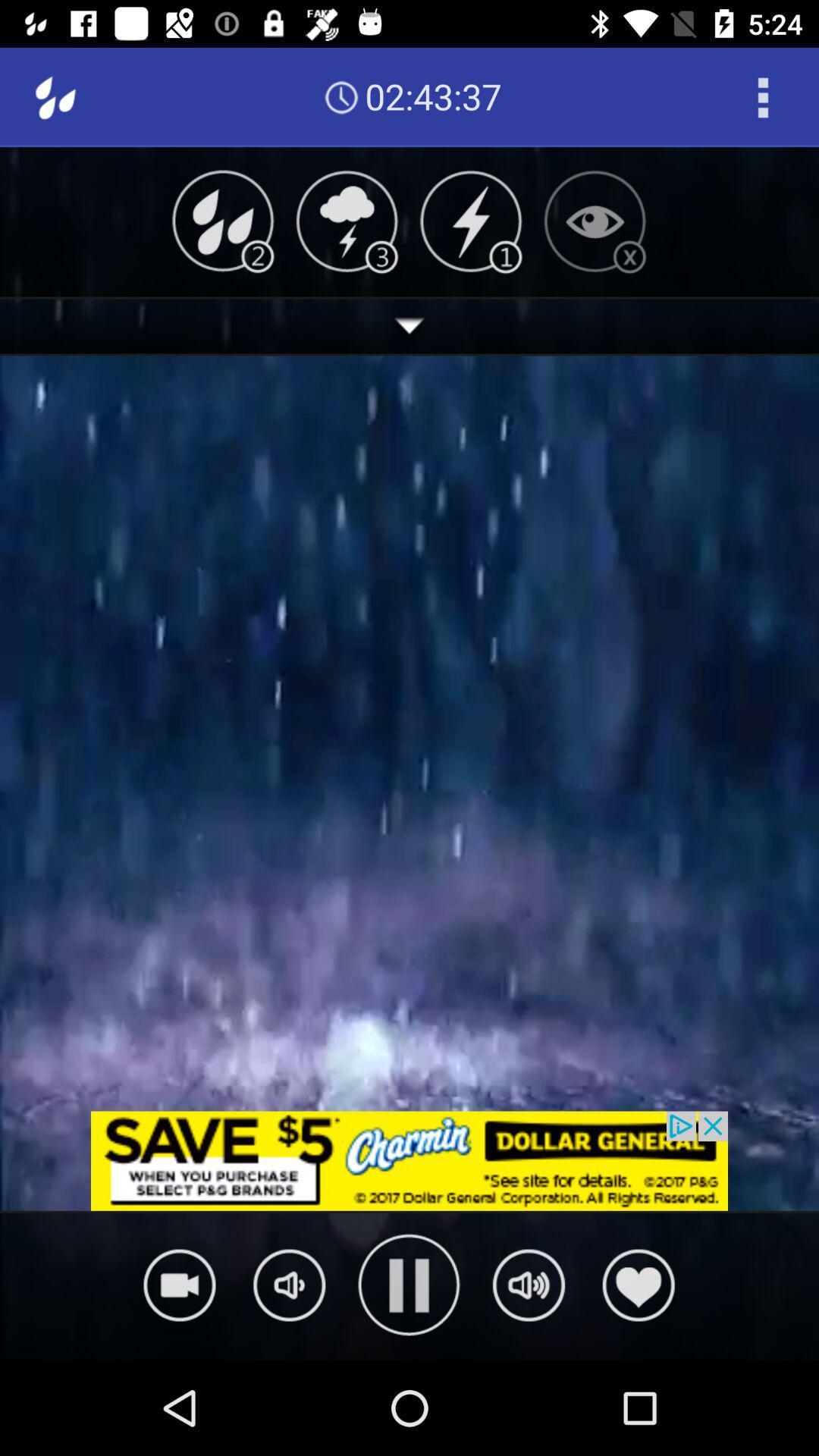  I want to click on icon next to the 02:43:36 icon, so click(763, 96).